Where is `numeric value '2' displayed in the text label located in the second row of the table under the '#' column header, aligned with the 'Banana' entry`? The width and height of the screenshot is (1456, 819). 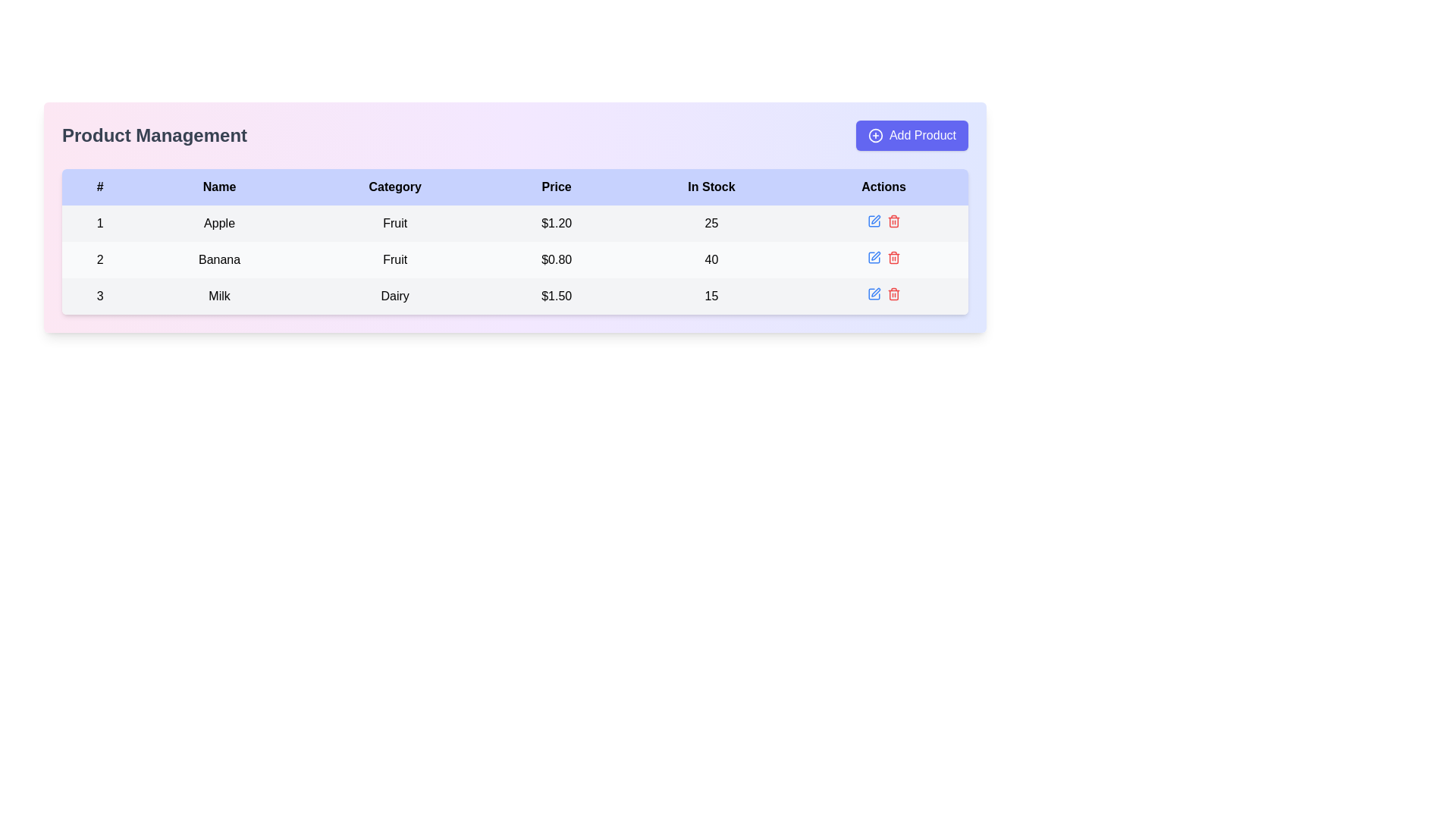
numeric value '2' displayed in the text label located in the second row of the table under the '#' column header, aligned with the 'Banana' entry is located at coordinates (99, 259).